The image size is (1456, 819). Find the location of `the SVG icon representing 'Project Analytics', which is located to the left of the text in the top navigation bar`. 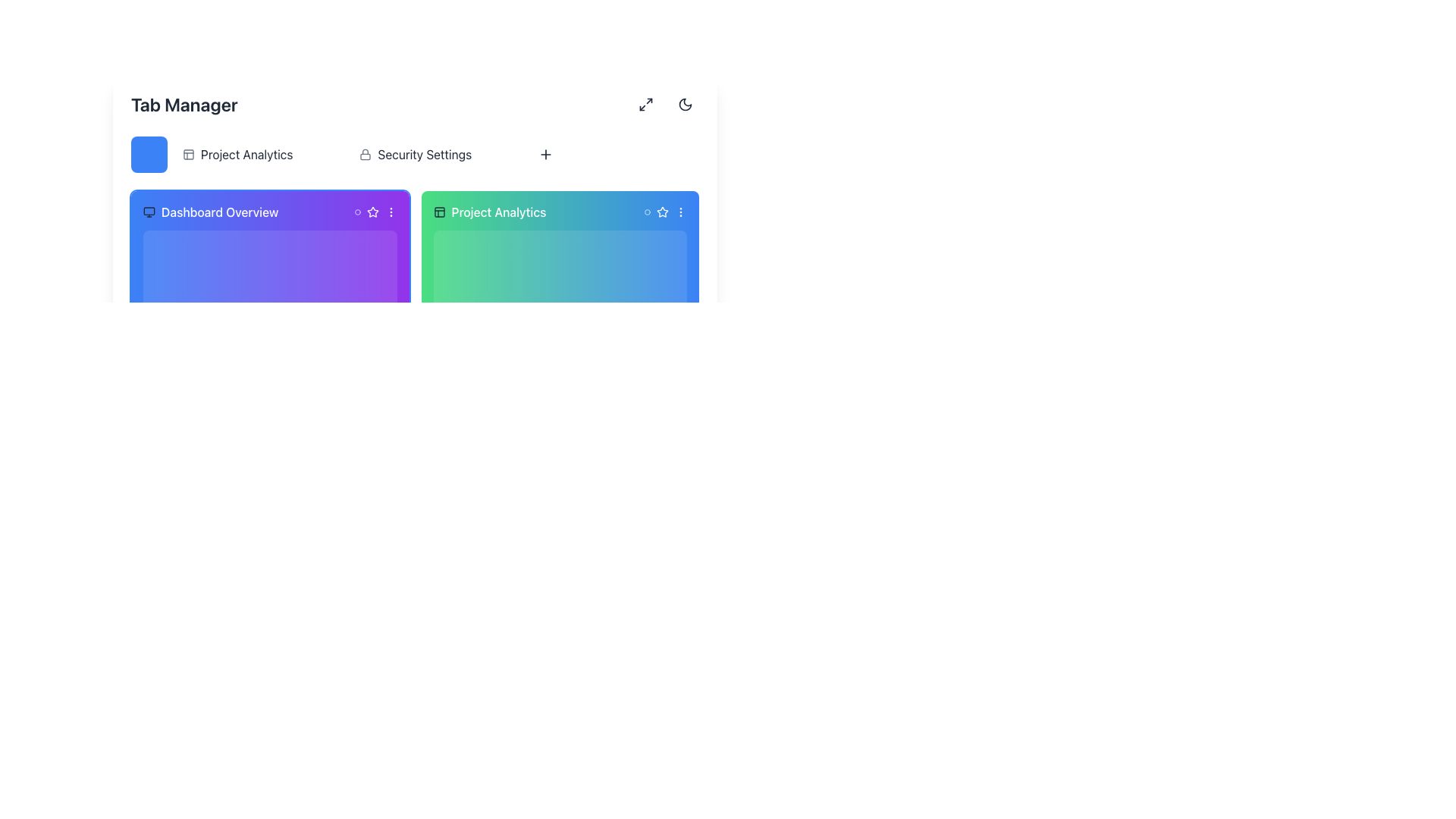

the SVG icon representing 'Project Analytics', which is located to the left of the text in the top navigation bar is located at coordinates (188, 155).